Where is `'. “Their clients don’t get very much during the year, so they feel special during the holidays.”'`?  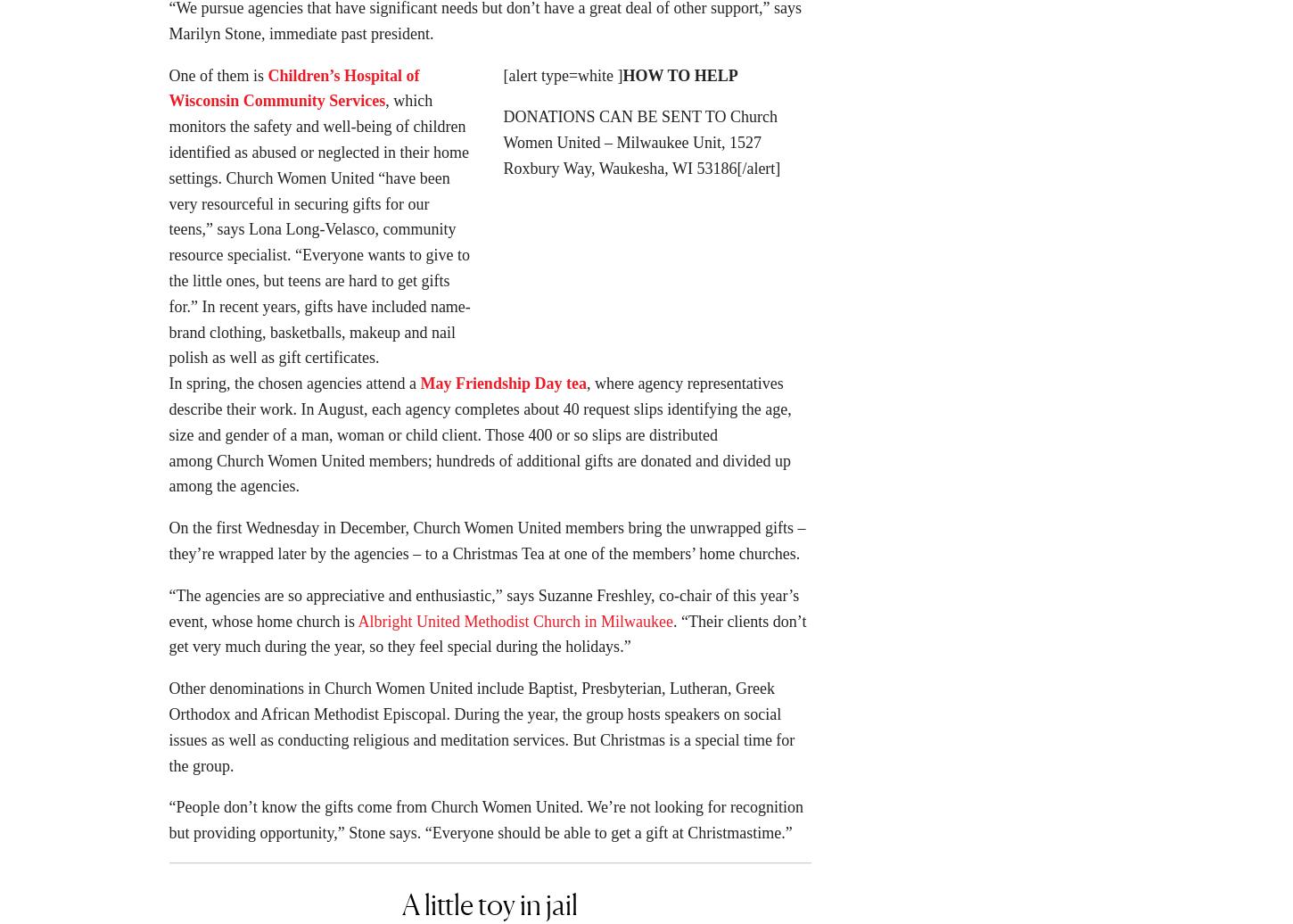
'. “Their clients don’t get very much during the year, so they feel special during the holidays.”' is located at coordinates (487, 639).